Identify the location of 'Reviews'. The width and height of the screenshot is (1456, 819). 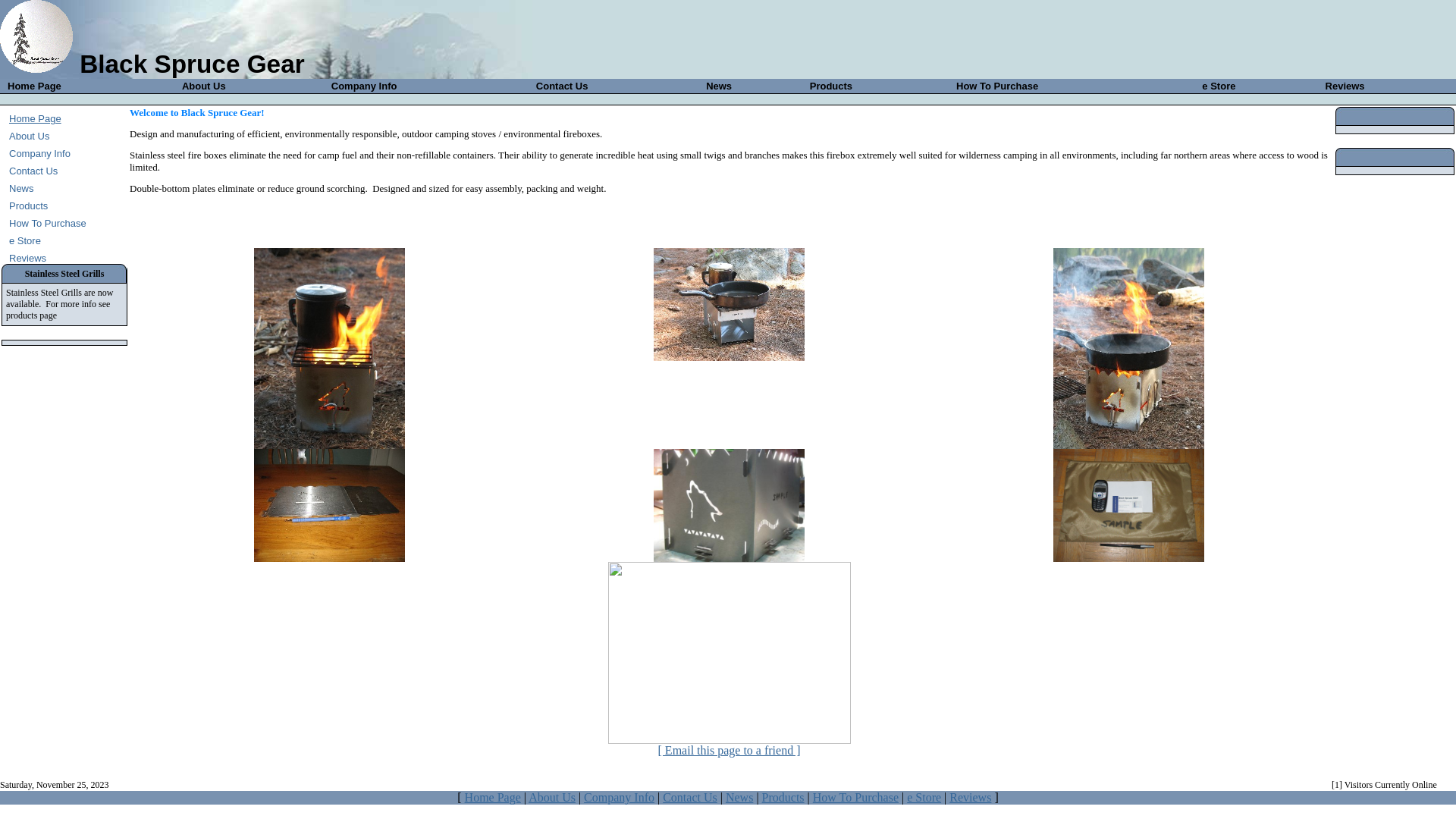
(27, 257).